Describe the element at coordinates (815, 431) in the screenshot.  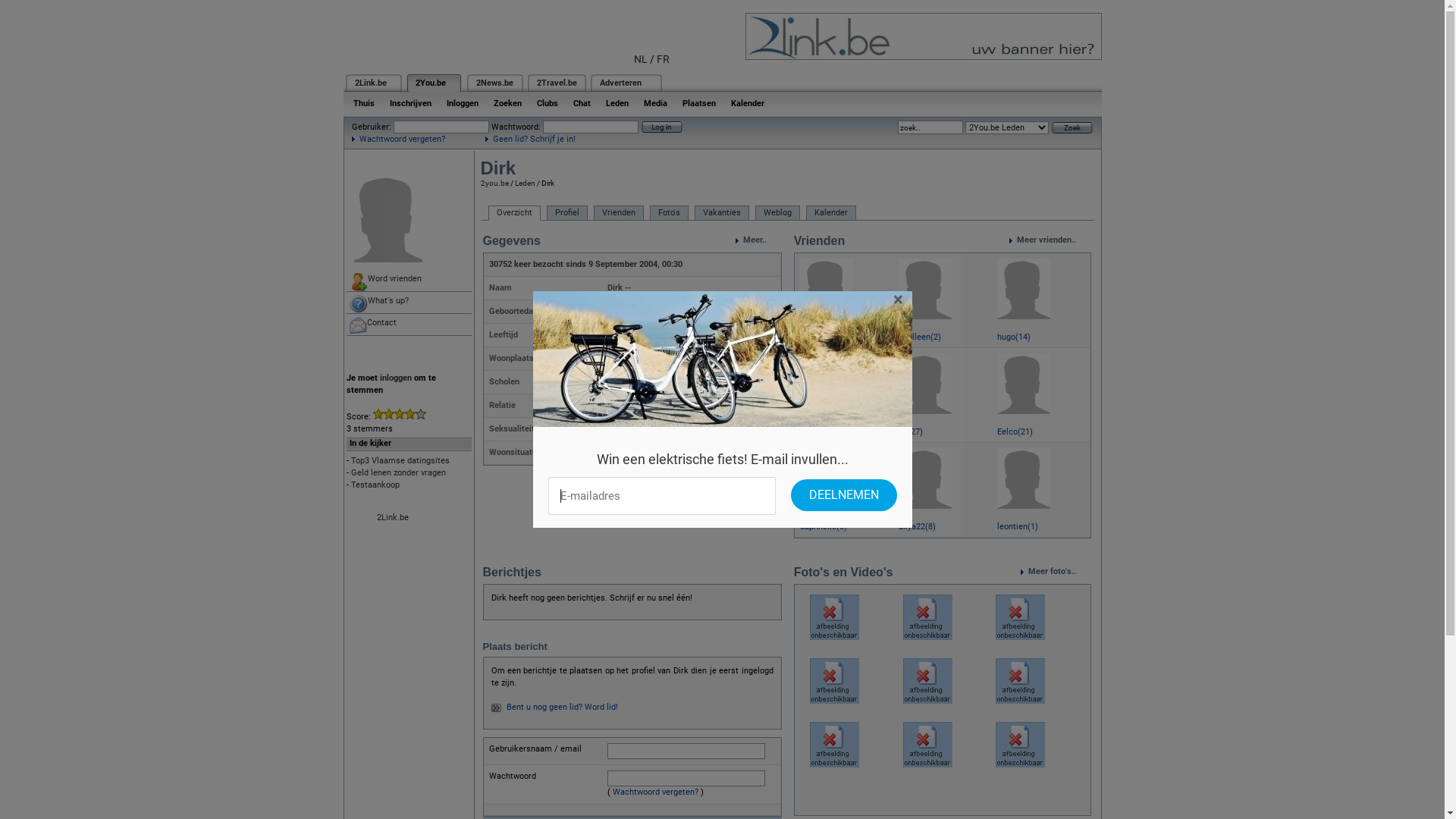
I see `'lieve(25)'` at that location.